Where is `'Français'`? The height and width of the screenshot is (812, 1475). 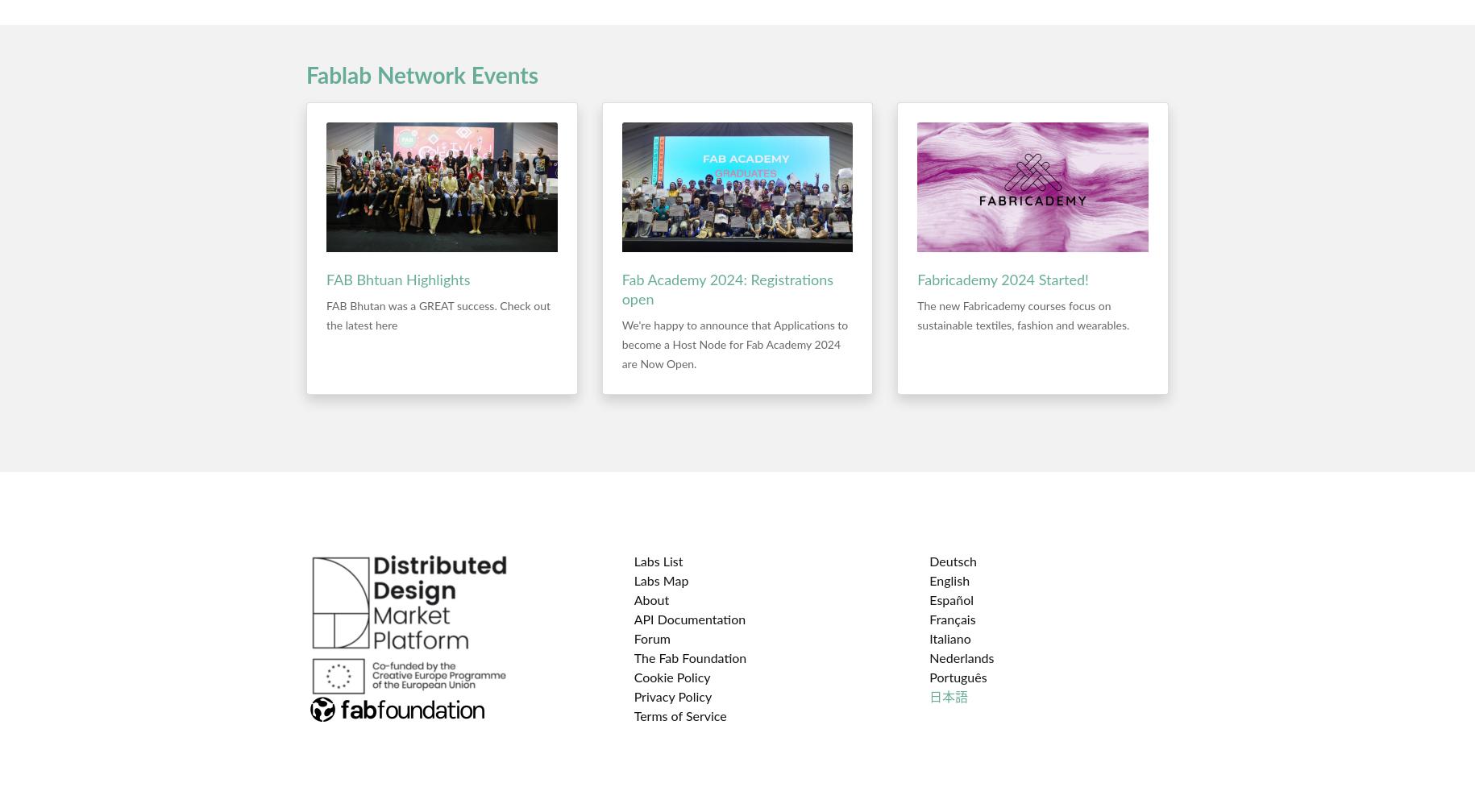
'Français' is located at coordinates (951, 620).